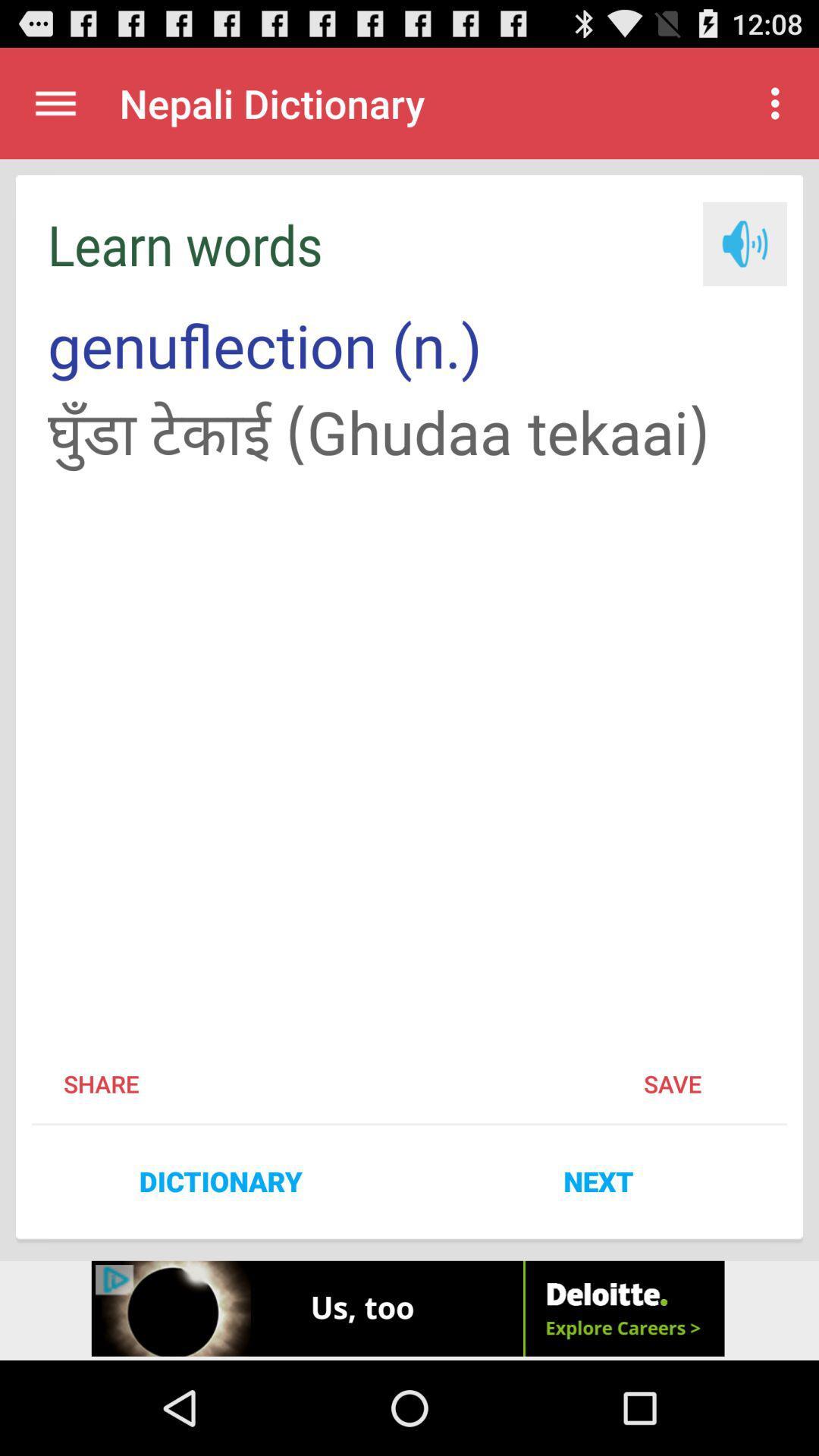  I want to click on advertisement, so click(409, 1310).